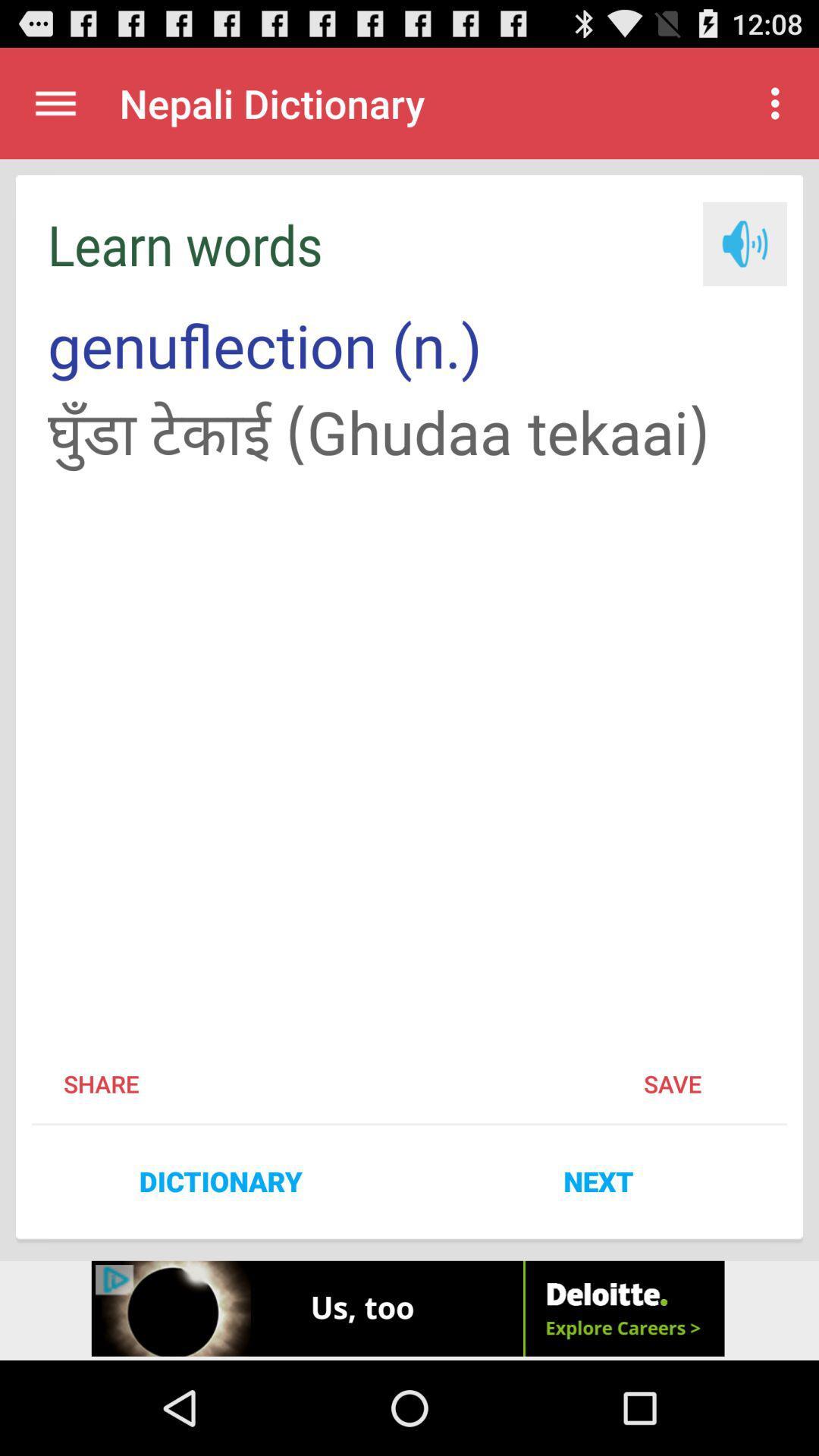  I want to click on advertisement, so click(409, 1310).